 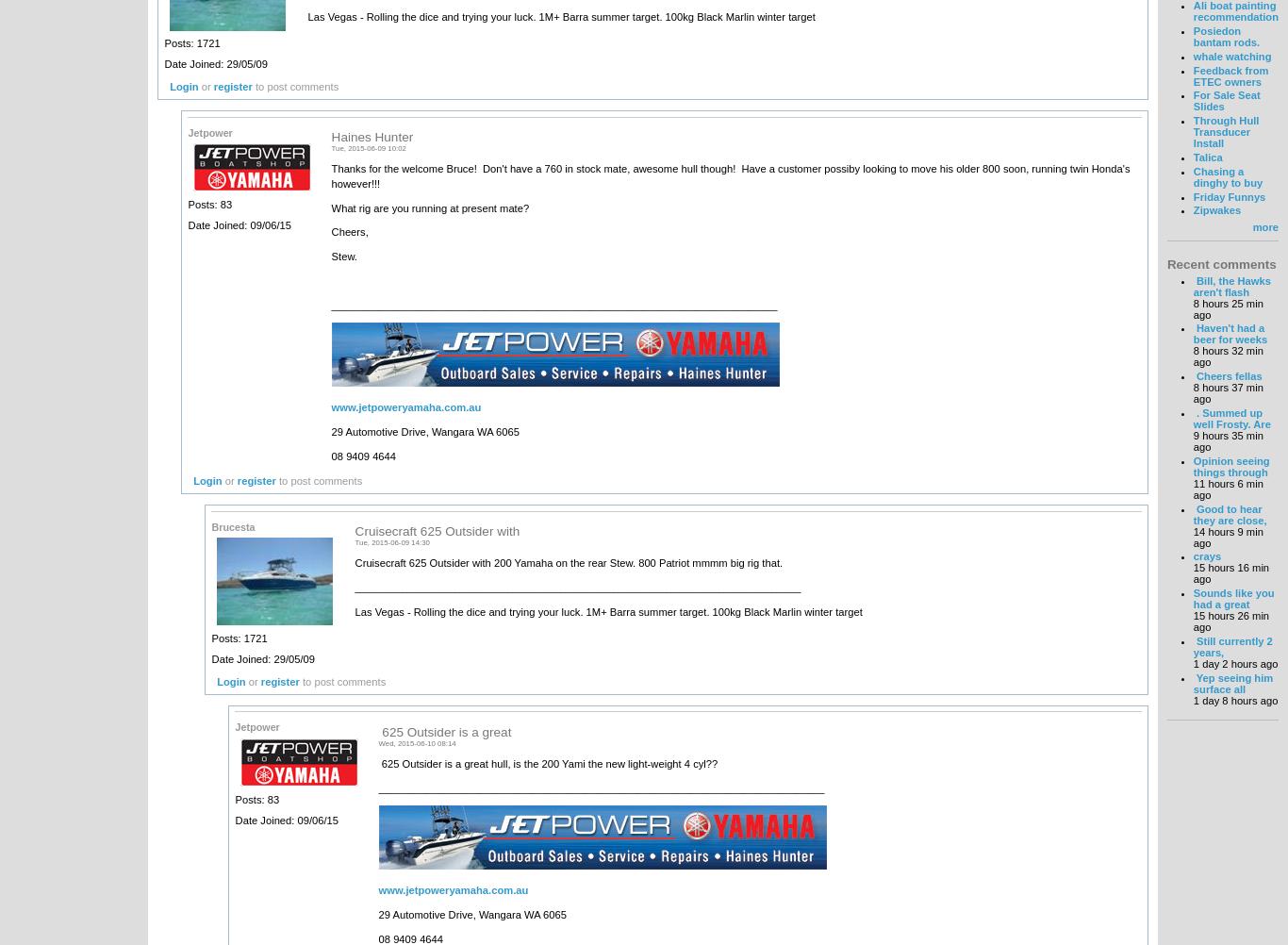 What do you see at coordinates (1230, 285) in the screenshot?
I see `'Bill, the Hawks aren't flash'` at bounding box center [1230, 285].